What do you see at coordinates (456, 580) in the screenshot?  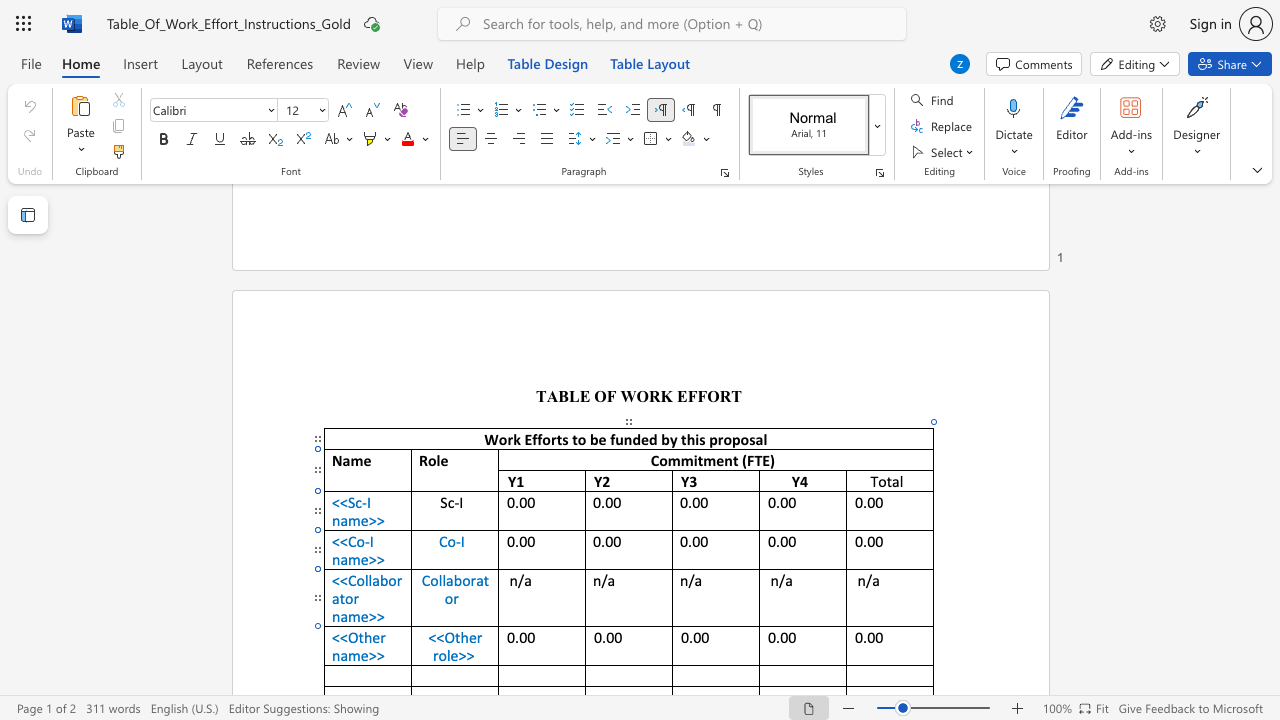 I see `the 1th character "b" in the text` at bounding box center [456, 580].